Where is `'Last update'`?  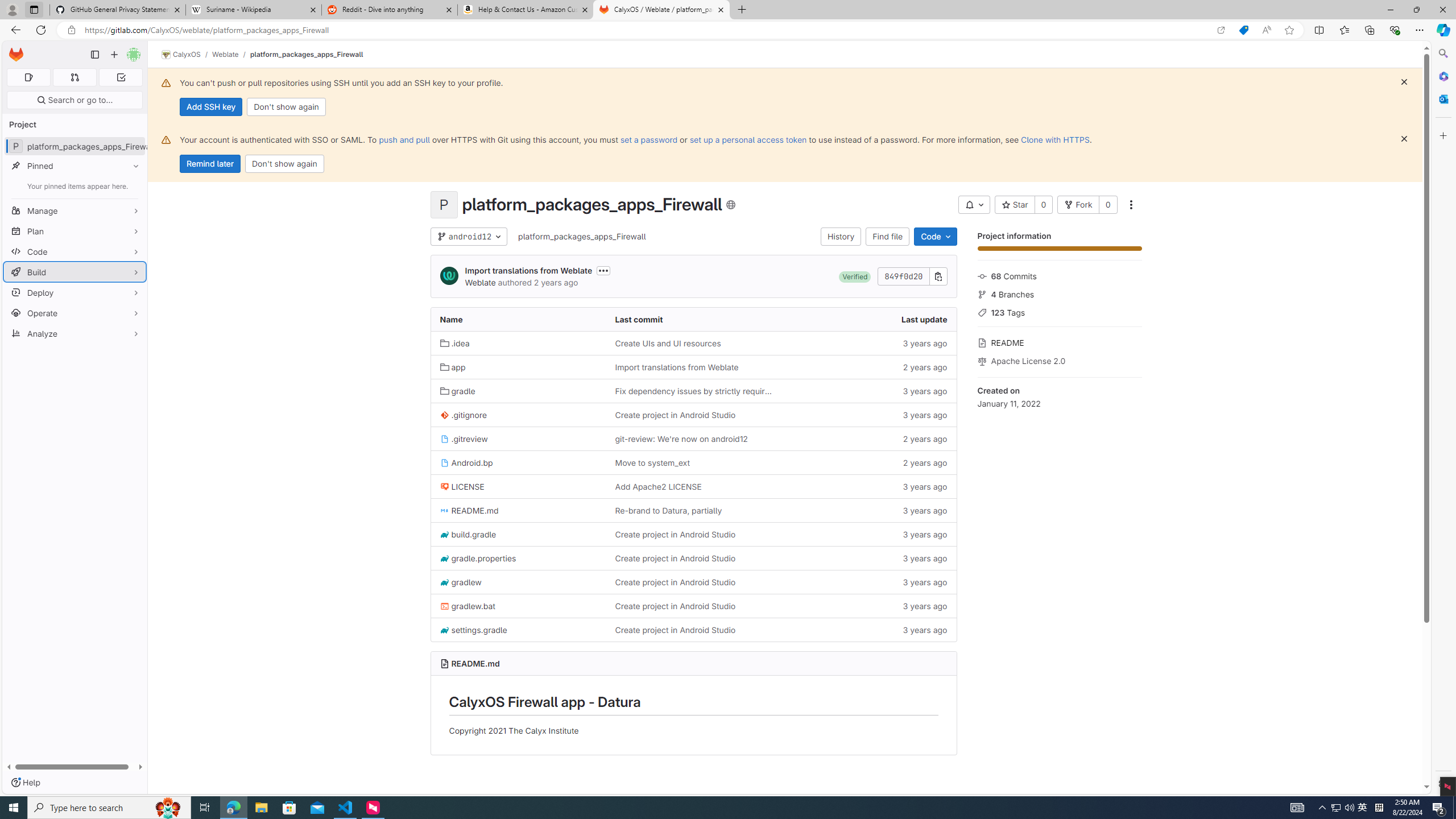
'Last update' is located at coordinates (868, 320).